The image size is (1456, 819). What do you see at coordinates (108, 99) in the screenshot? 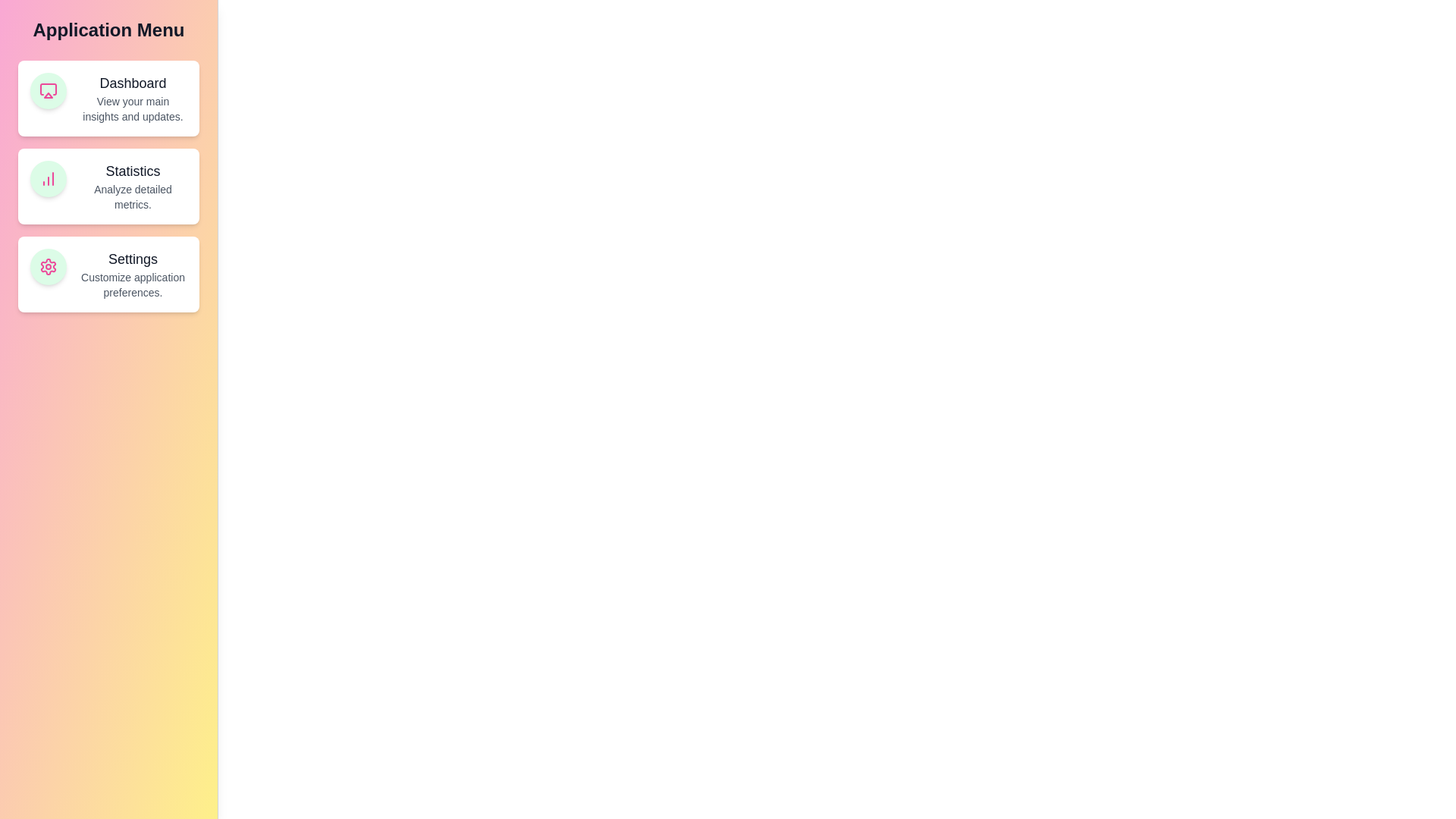
I see `the feature card titled Dashboard` at bounding box center [108, 99].